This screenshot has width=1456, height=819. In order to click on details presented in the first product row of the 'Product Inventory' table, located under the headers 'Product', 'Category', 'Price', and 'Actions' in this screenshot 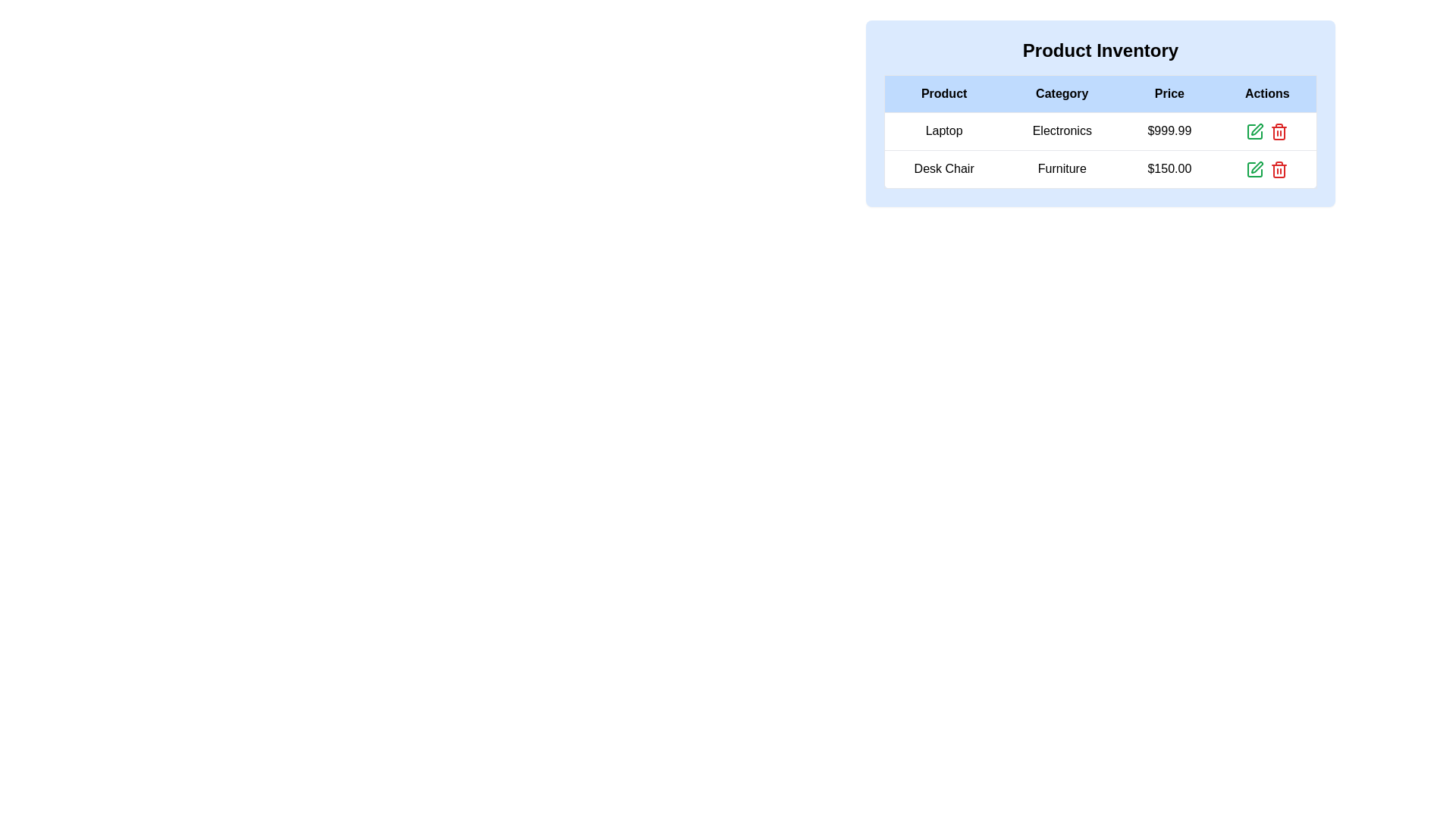, I will do `click(1100, 150)`.